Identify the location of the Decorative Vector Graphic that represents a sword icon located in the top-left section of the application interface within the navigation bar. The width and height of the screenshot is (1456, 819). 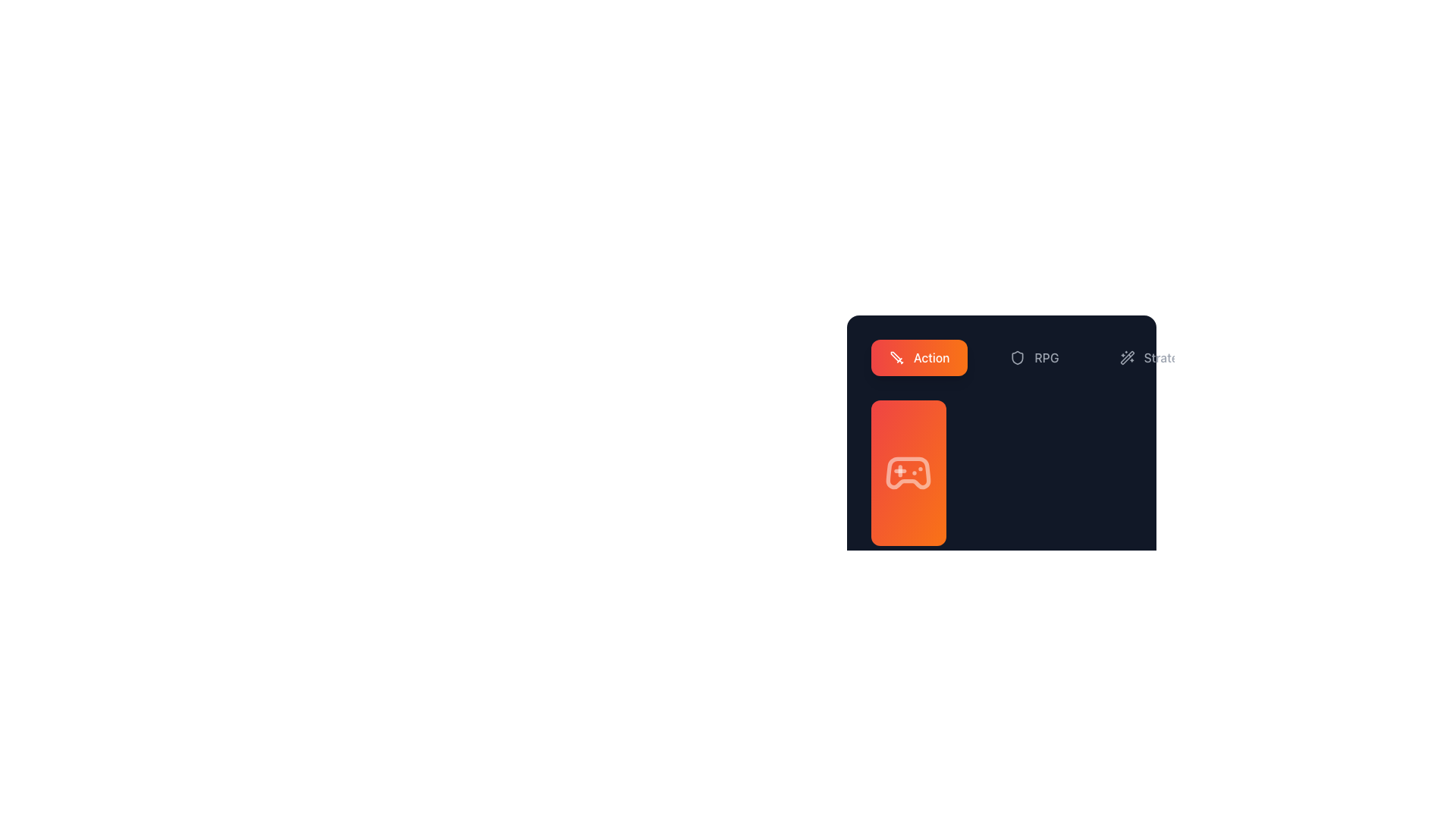
(896, 356).